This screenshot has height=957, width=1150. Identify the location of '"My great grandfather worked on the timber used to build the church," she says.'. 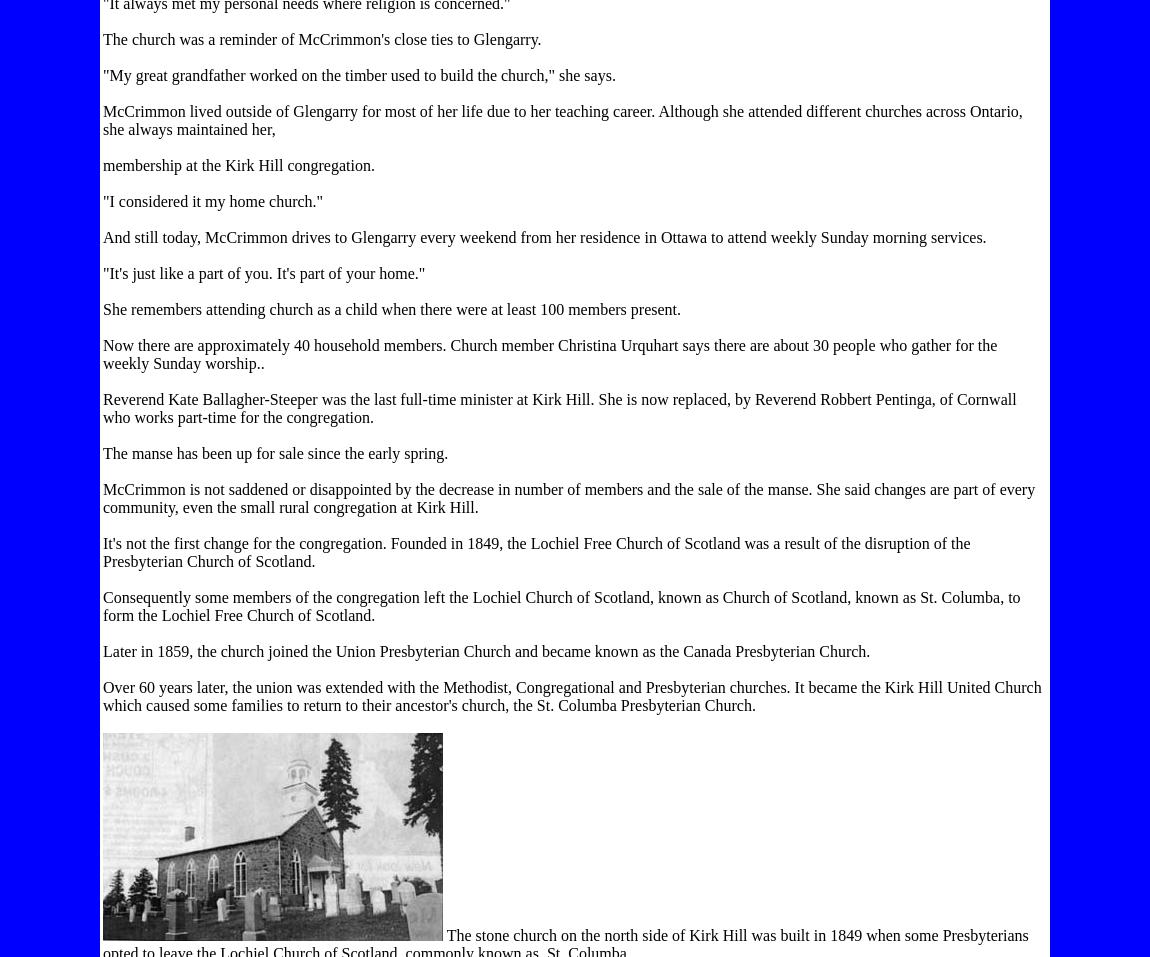
(359, 74).